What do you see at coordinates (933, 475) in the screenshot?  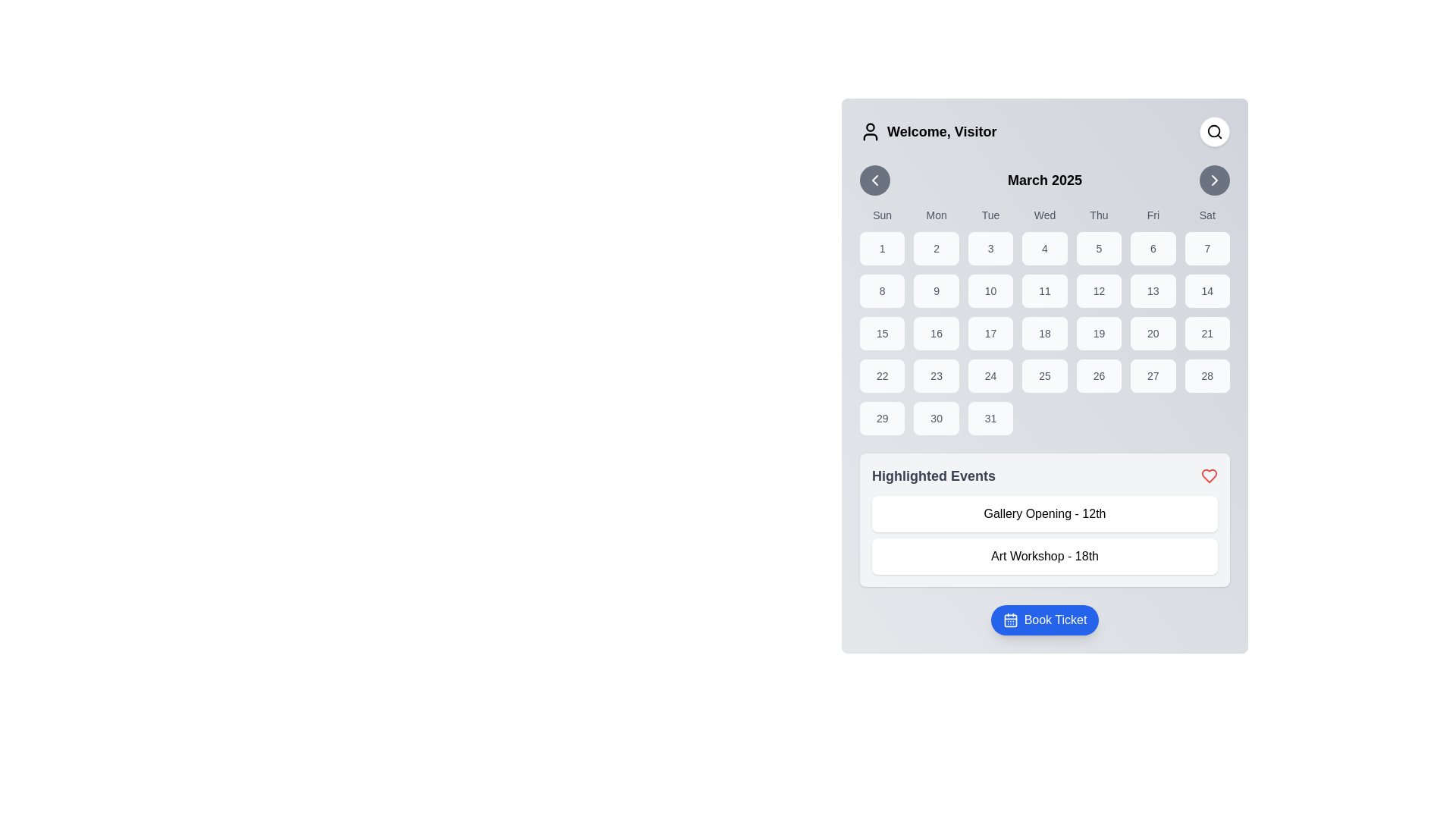 I see `the static text label 'Highlighted Events', which is styled in bold with a grayish color and located near the top-left of the section` at bounding box center [933, 475].